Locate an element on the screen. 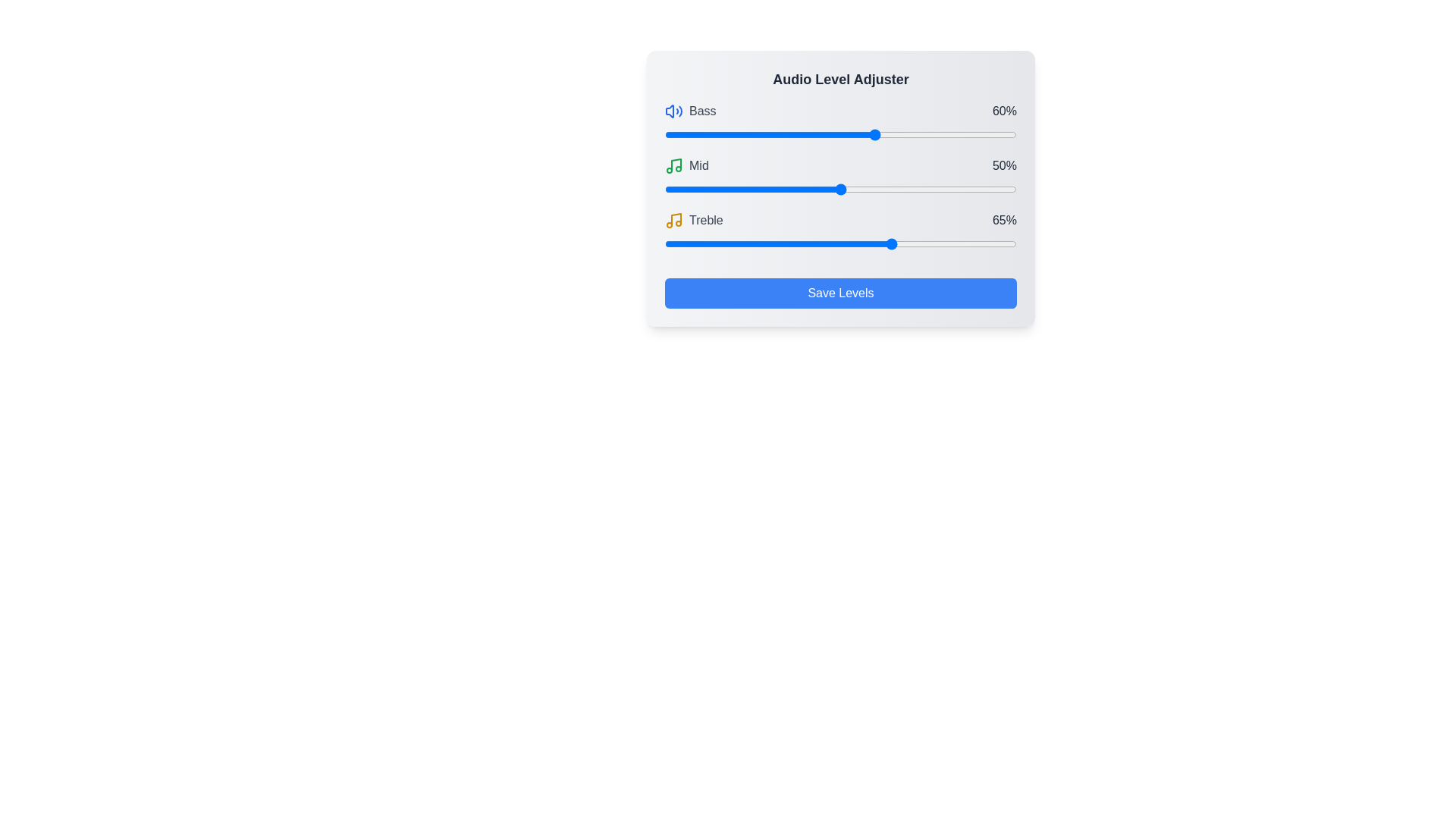 The image size is (1456, 819). the 'Mid' audio level is located at coordinates (890, 189).